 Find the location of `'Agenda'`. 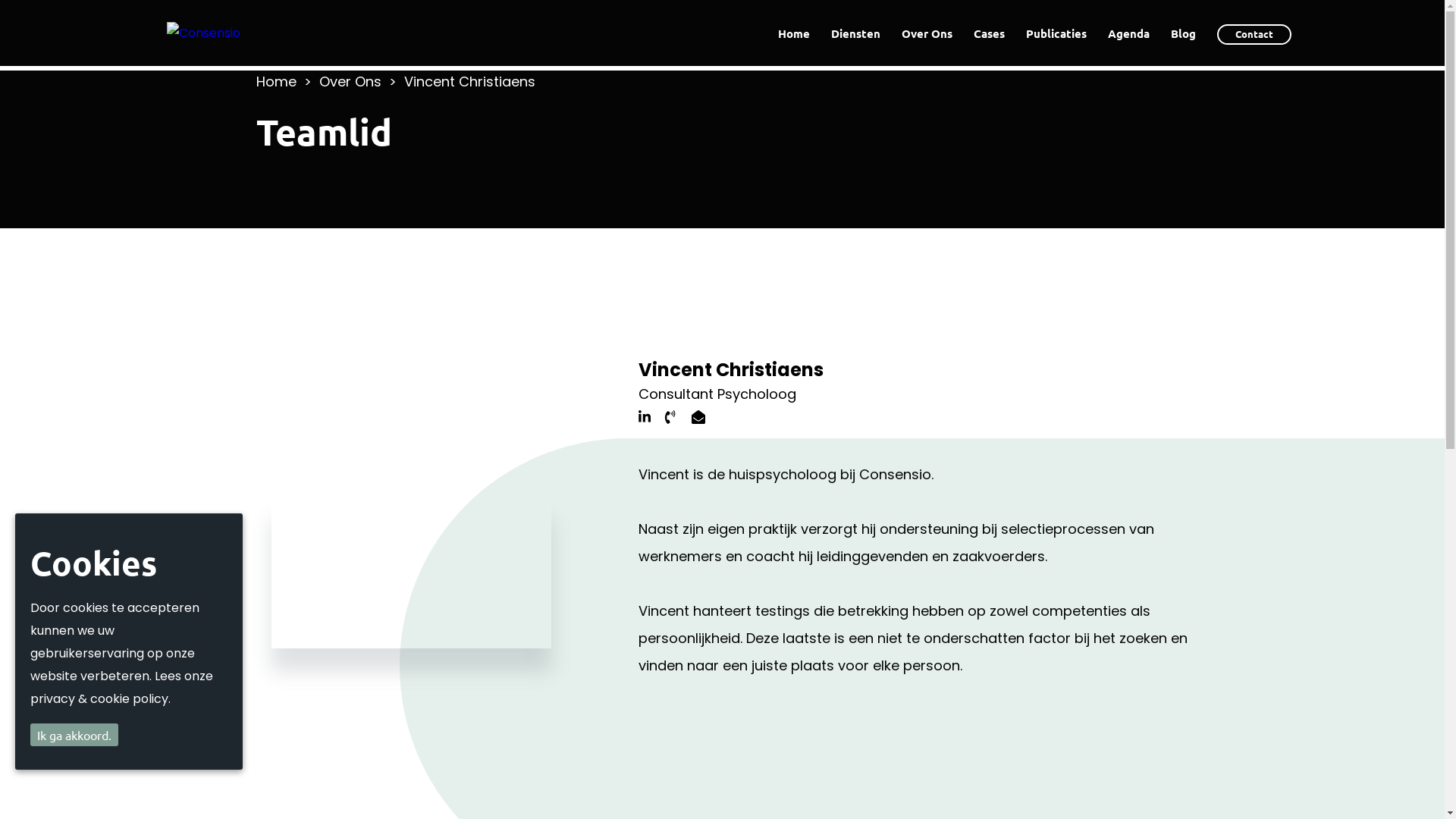

'Agenda' is located at coordinates (1128, 32).